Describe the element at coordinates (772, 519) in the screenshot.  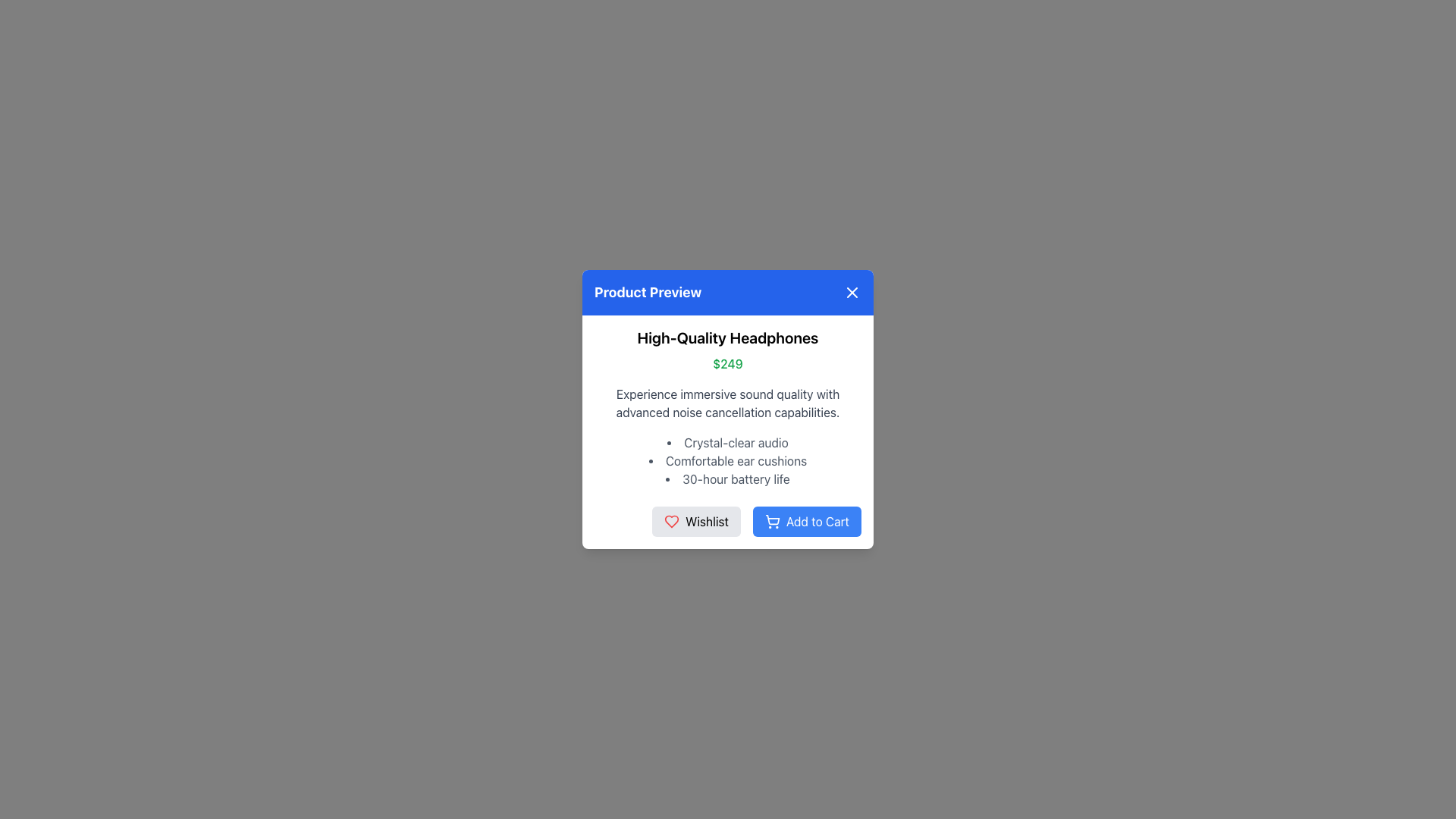
I see `the 'Add to Cart' button, which features a shopping cart icon embedded within an SVG graphic` at that location.